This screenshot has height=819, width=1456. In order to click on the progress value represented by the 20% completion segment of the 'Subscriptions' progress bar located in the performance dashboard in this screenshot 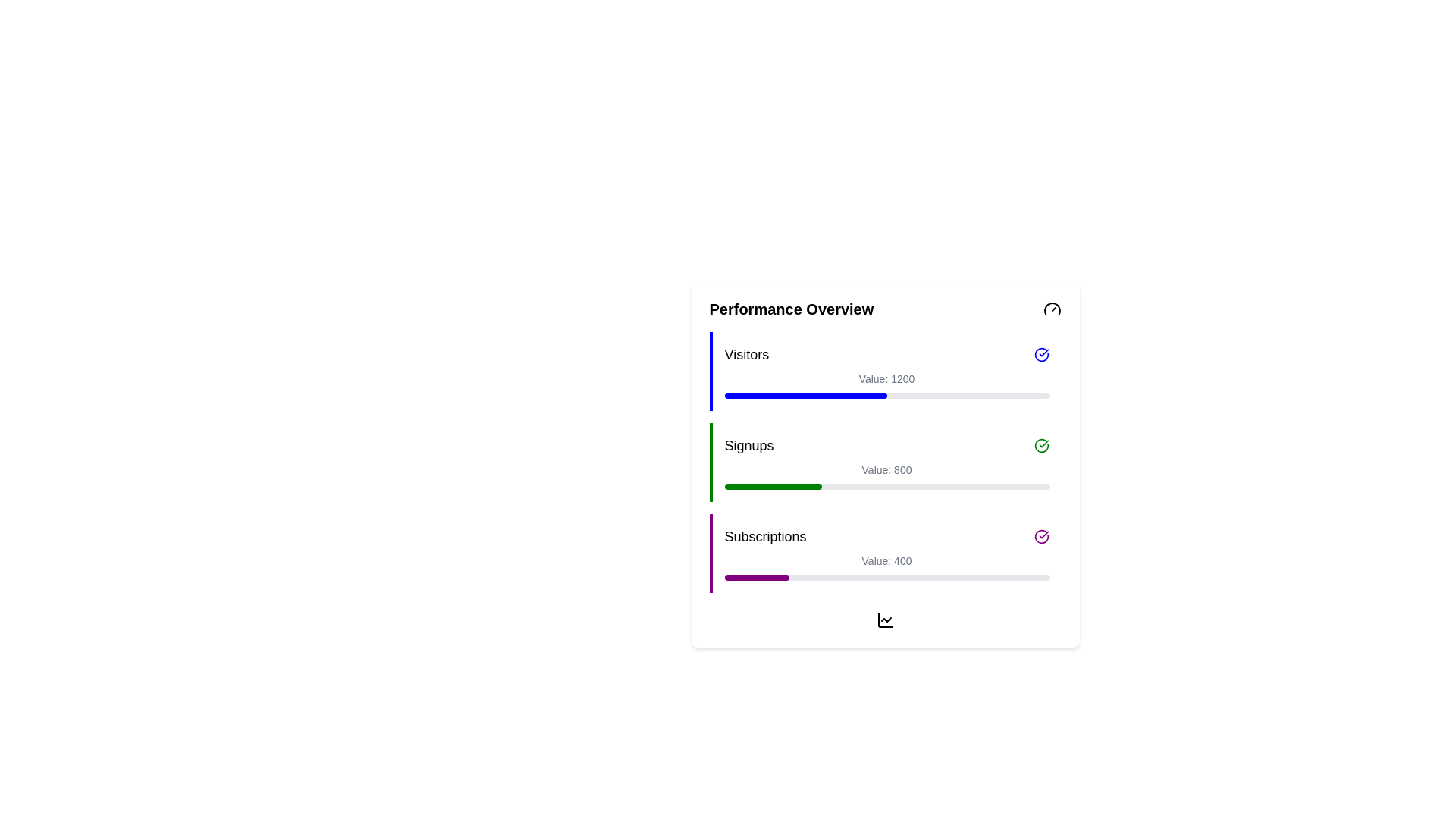, I will do `click(757, 578)`.